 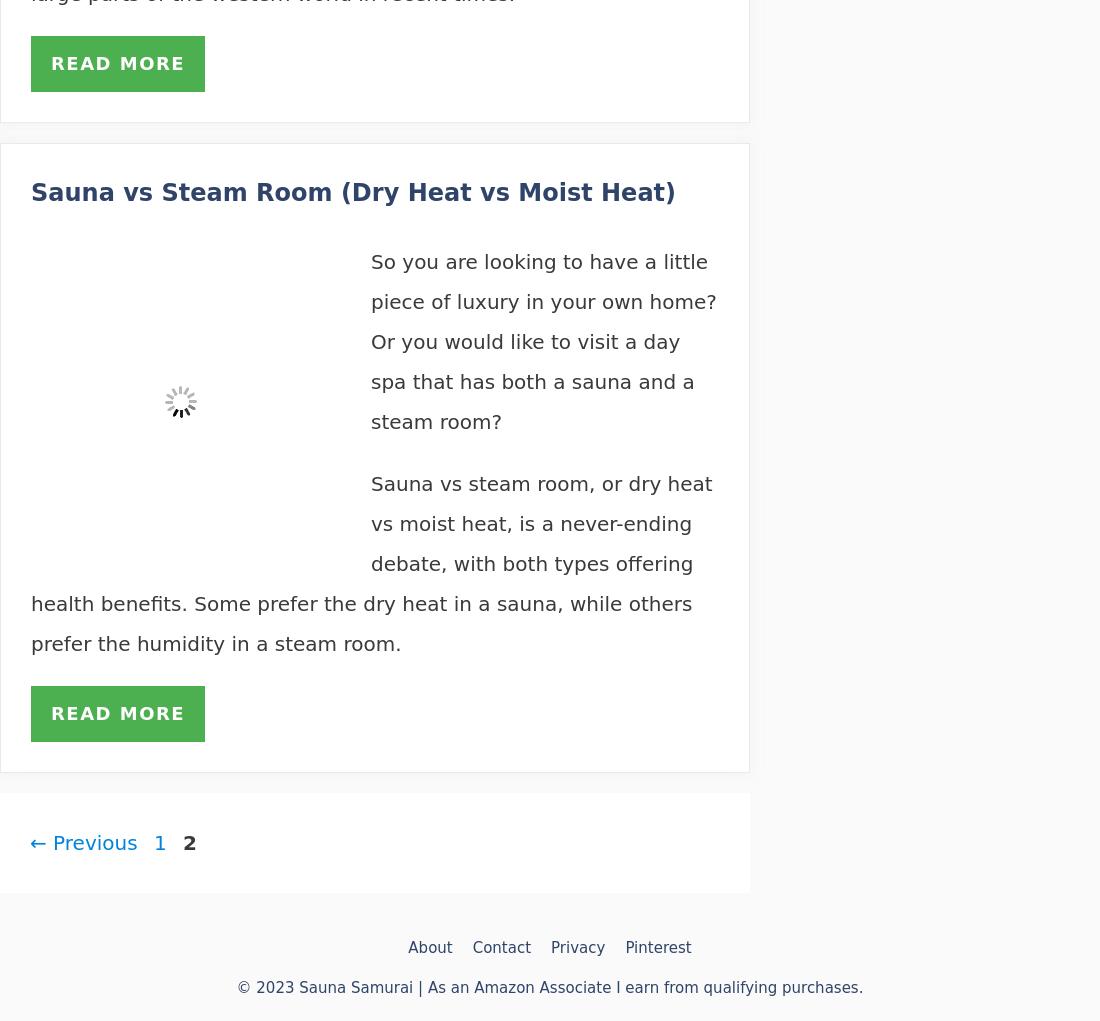 I want to click on 'So you are looking to have a little piece of luxury in your own home? Or you would like to visit a day spa that has both a sauna and a steam room?', so click(x=371, y=341).